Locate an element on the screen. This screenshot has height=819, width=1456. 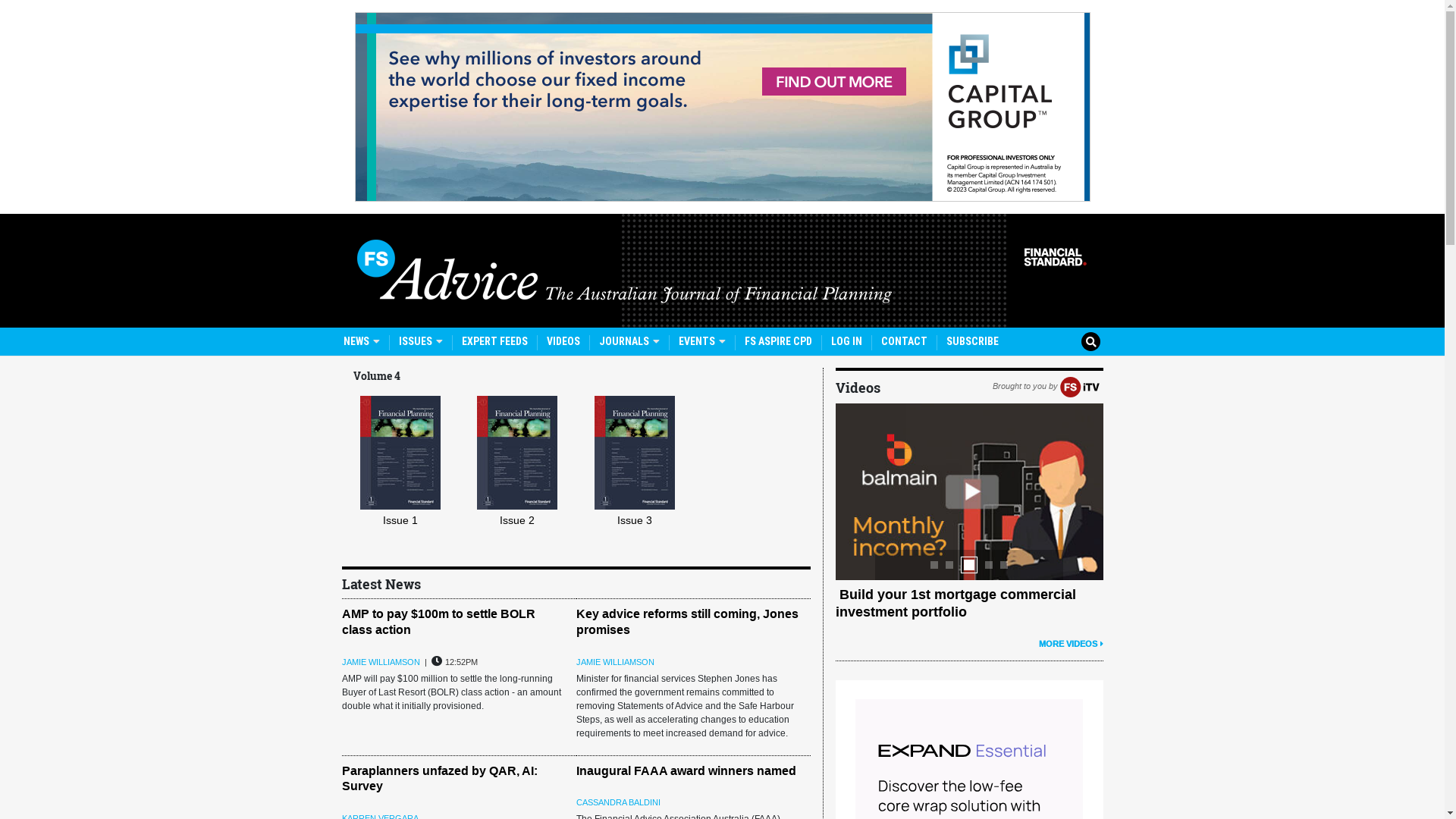
'MORE VIDEOS' is located at coordinates (1070, 643).